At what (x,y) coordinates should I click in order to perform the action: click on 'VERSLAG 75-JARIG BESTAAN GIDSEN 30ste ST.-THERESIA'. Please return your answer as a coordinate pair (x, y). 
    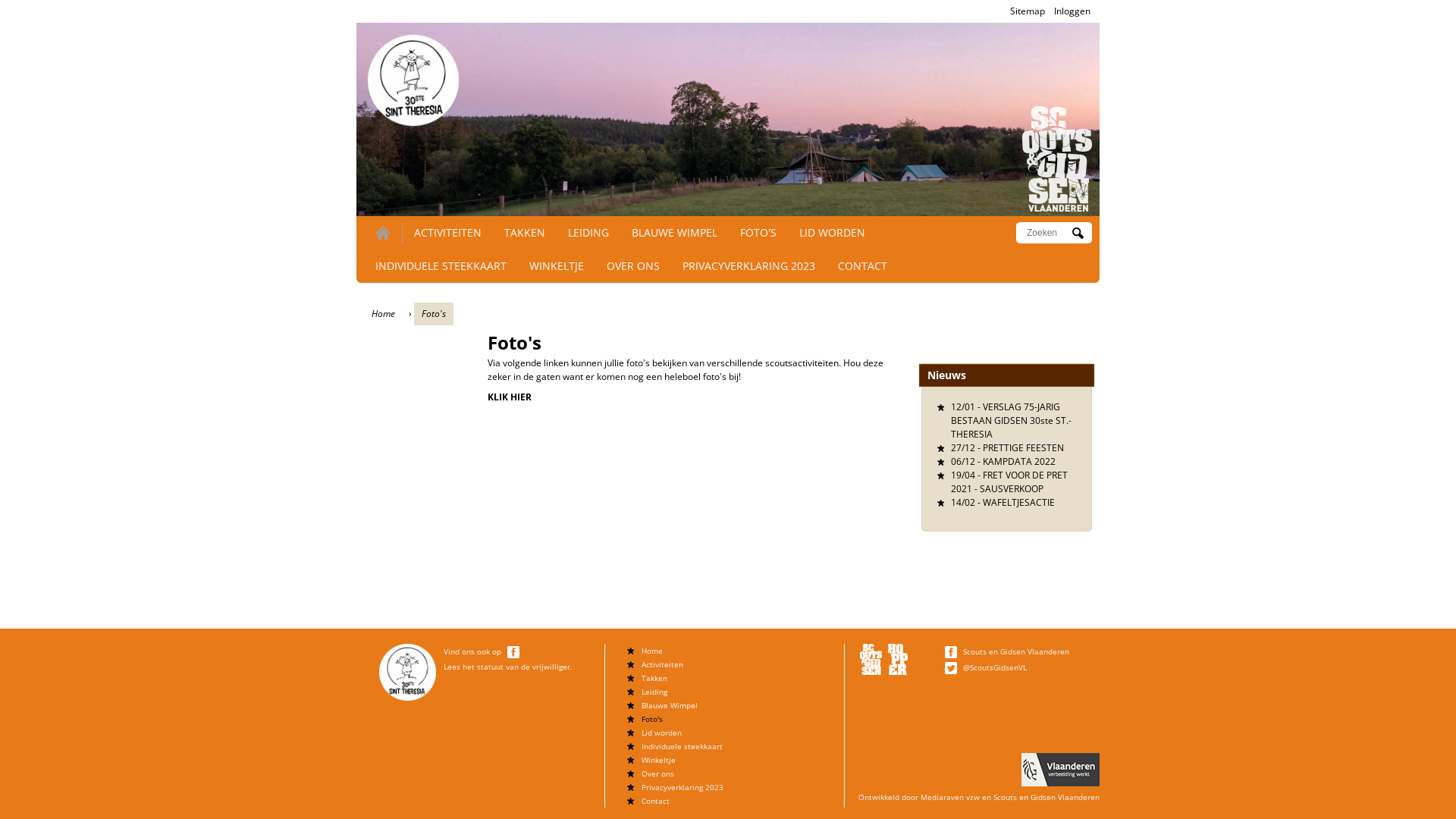
    Looking at the image, I should click on (1011, 420).